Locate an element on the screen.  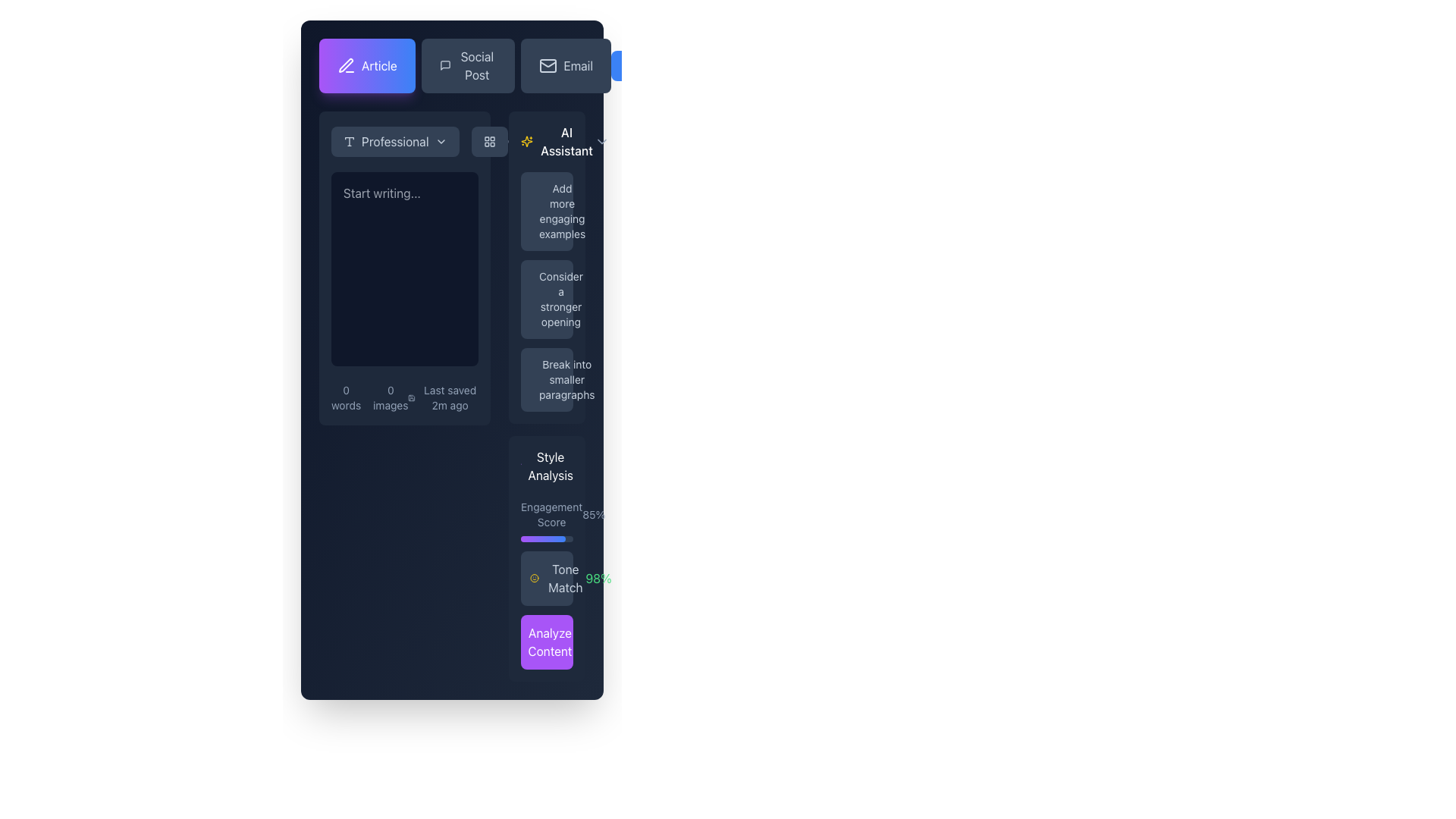
the toggle button located at the rightmost edge under the 'AI Assistant' section for visual feedback is located at coordinates (601, 141).